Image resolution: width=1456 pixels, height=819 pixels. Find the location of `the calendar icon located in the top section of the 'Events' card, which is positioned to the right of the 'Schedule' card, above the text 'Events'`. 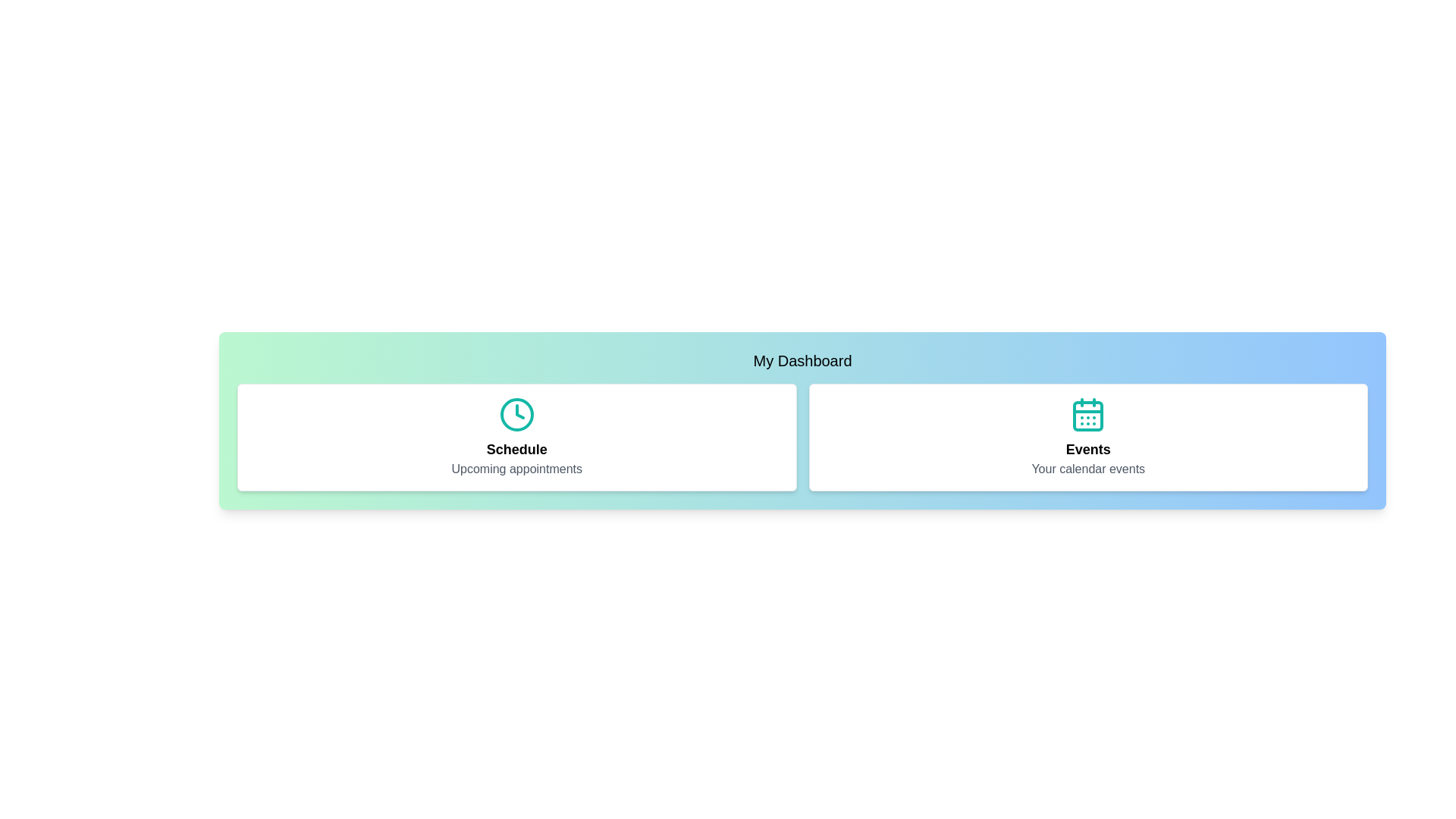

the calendar icon located in the top section of the 'Events' card, which is positioned to the right of the 'Schedule' card, above the text 'Events' is located at coordinates (1087, 415).